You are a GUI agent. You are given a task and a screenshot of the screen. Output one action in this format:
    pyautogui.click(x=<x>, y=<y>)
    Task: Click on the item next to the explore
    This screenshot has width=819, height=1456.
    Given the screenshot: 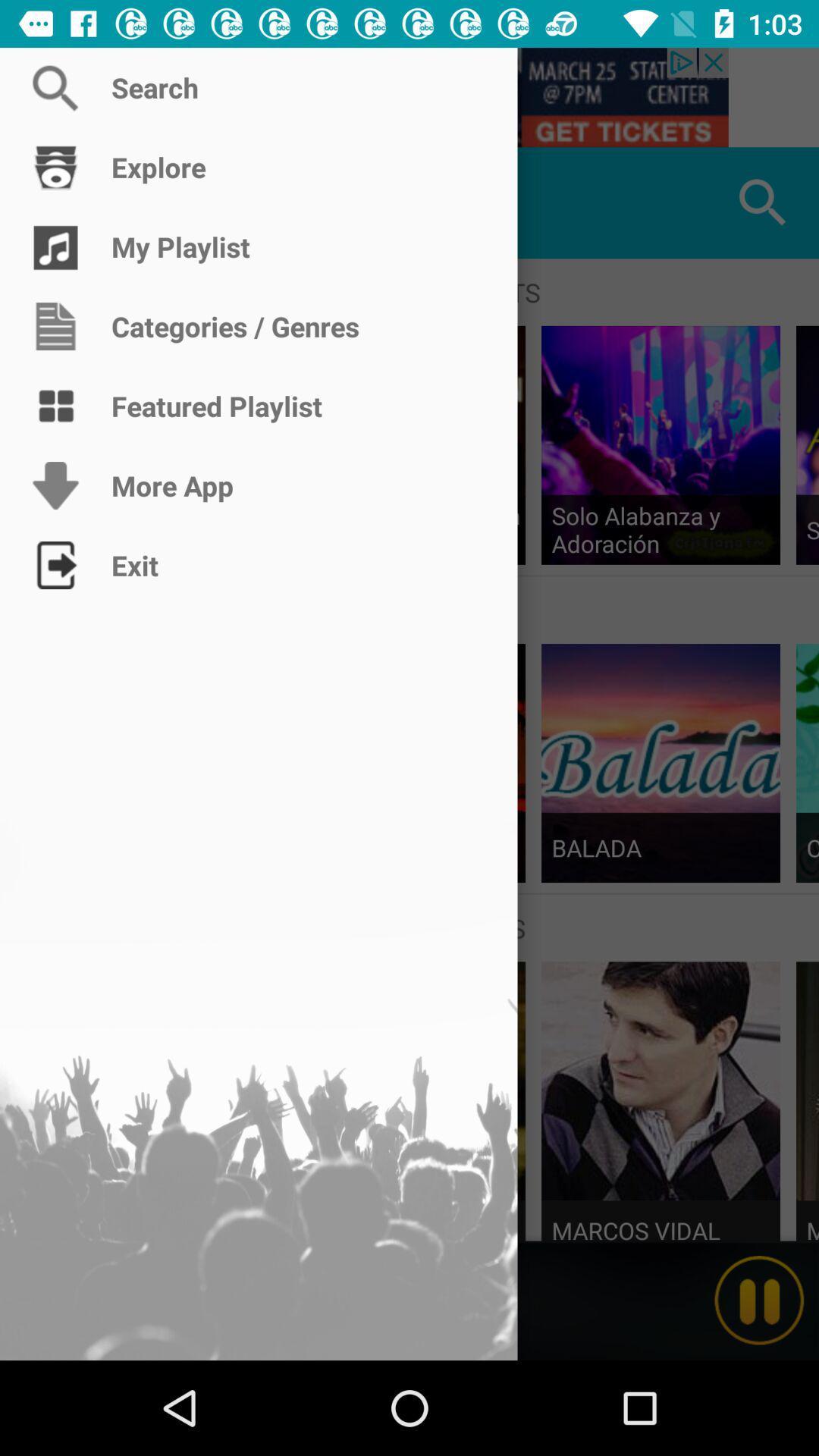 What is the action you would take?
    pyautogui.click(x=55, y=202)
    